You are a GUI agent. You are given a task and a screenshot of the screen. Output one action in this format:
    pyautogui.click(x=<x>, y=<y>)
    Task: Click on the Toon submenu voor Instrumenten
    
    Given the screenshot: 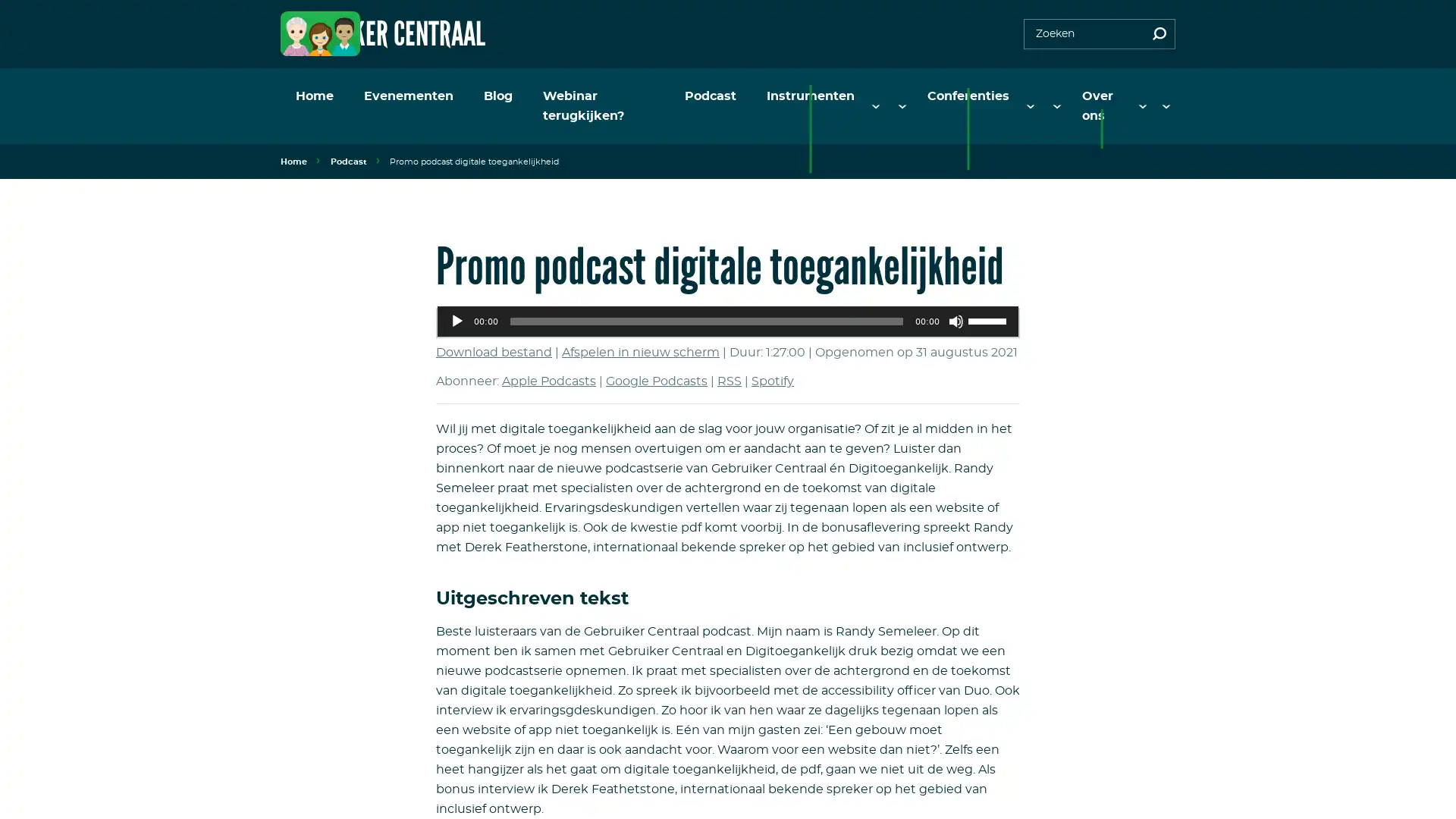 What is the action you would take?
    pyautogui.click(x=906, y=96)
    